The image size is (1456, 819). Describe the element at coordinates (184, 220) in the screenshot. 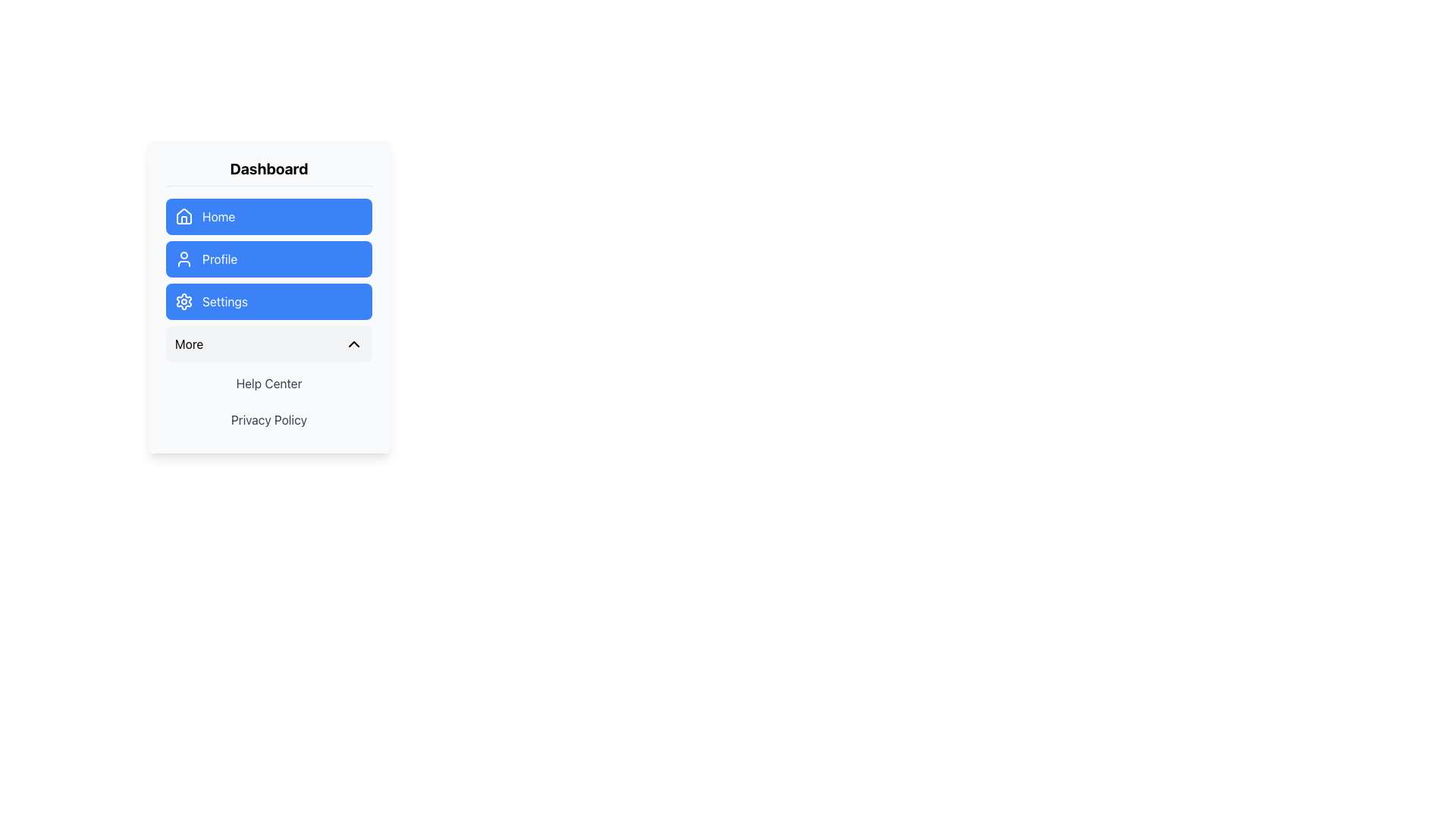

I see `the SVG icon representing the 'Home' feature located to the left of the 'Home' button under the 'Dashboard' header` at that location.